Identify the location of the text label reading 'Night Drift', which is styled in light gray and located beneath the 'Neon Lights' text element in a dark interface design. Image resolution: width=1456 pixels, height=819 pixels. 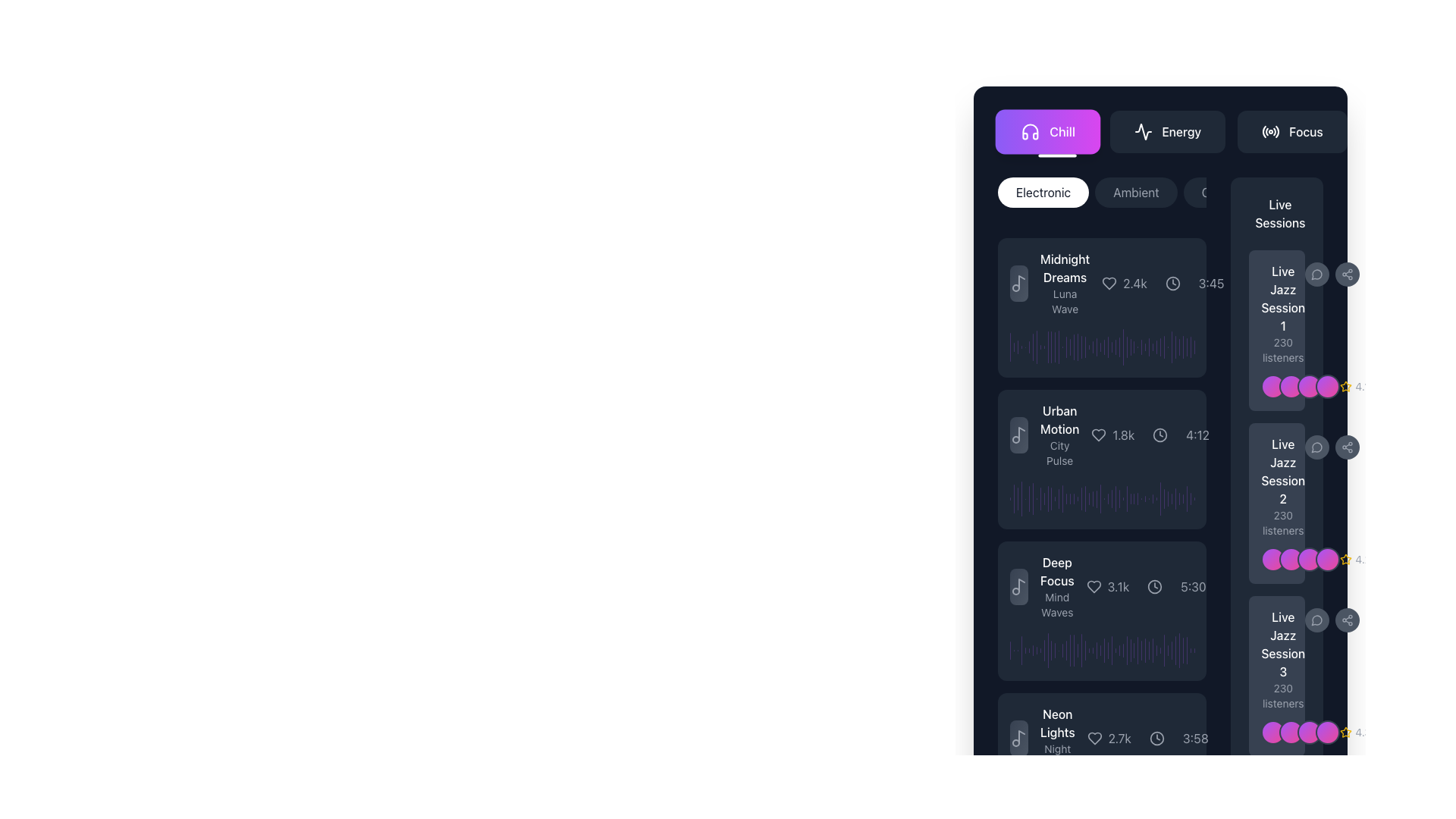
(1056, 757).